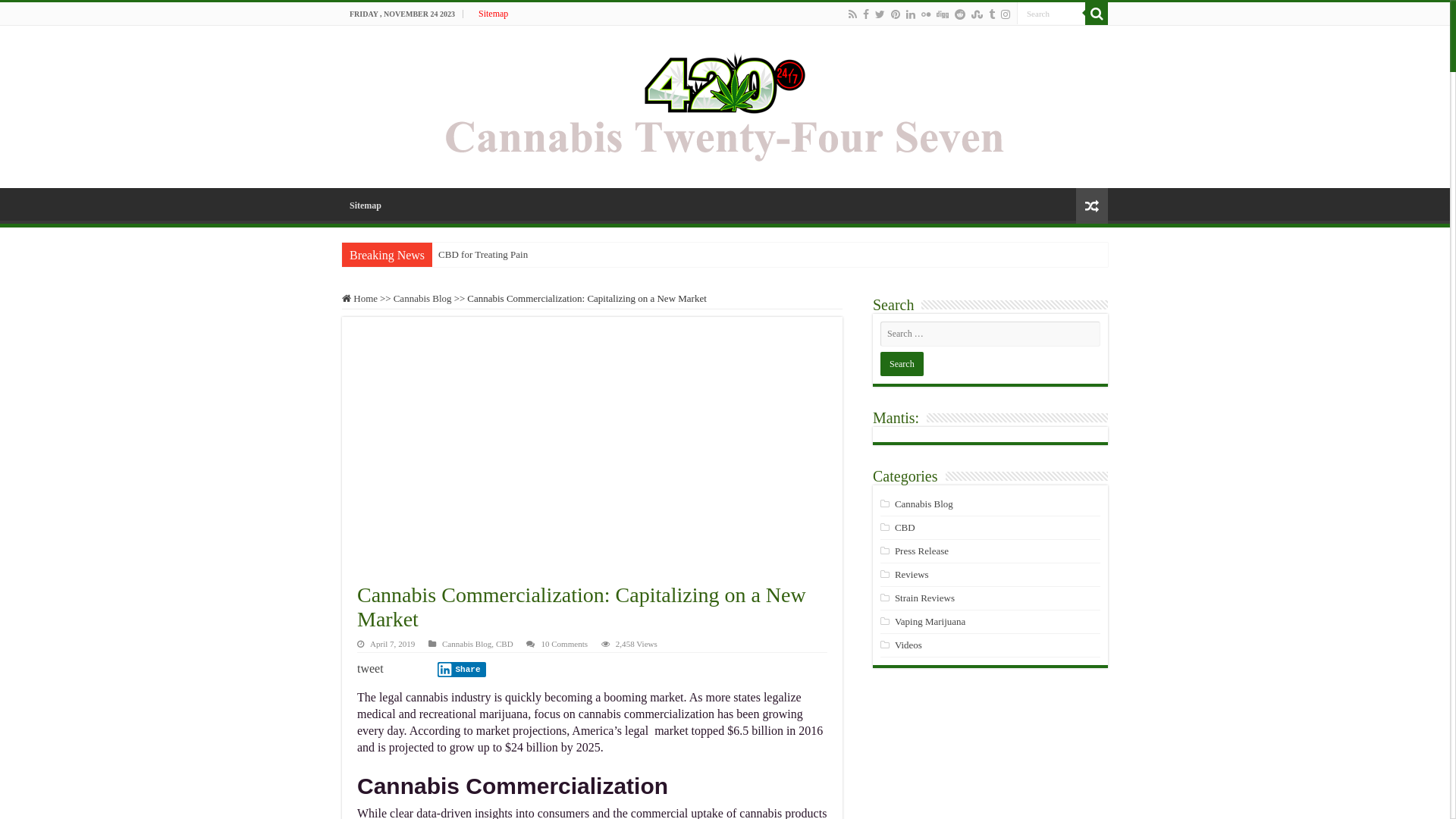 The image size is (1456, 819). Describe the element at coordinates (370, 667) in the screenshot. I see `'tweet'` at that location.